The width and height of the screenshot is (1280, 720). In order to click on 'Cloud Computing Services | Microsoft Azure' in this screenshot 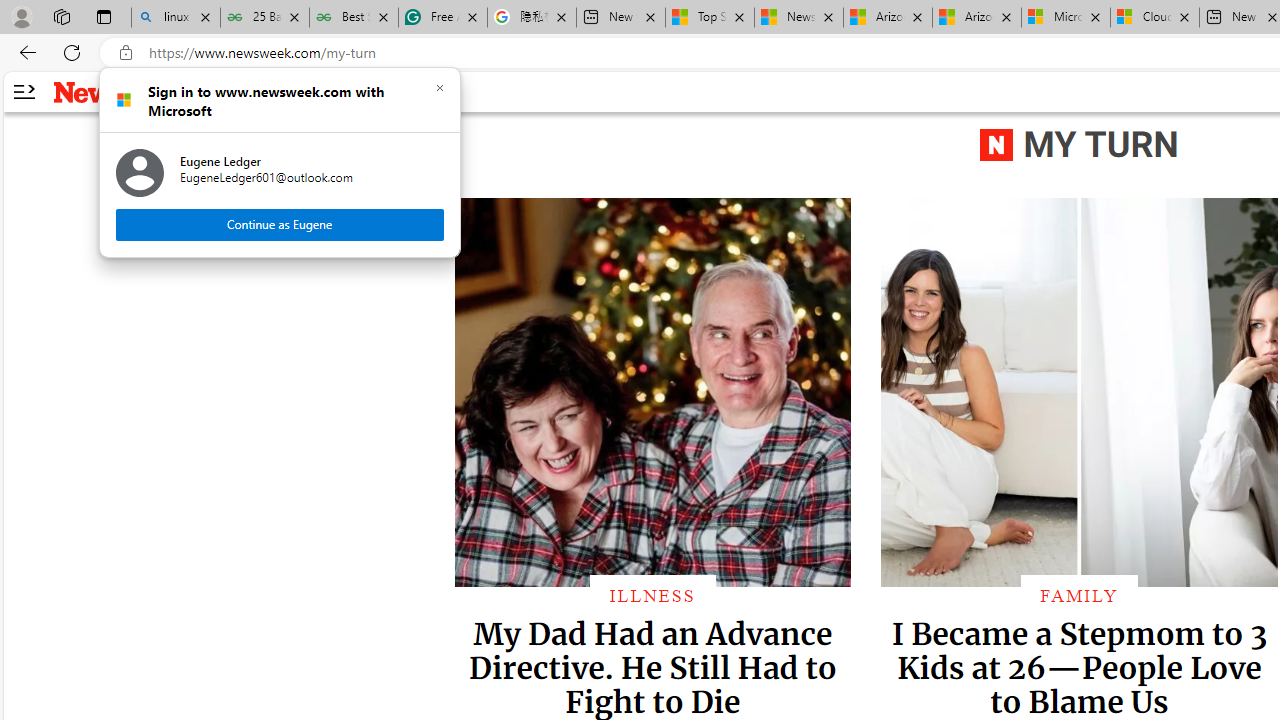, I will do `click(1155, 17)`.